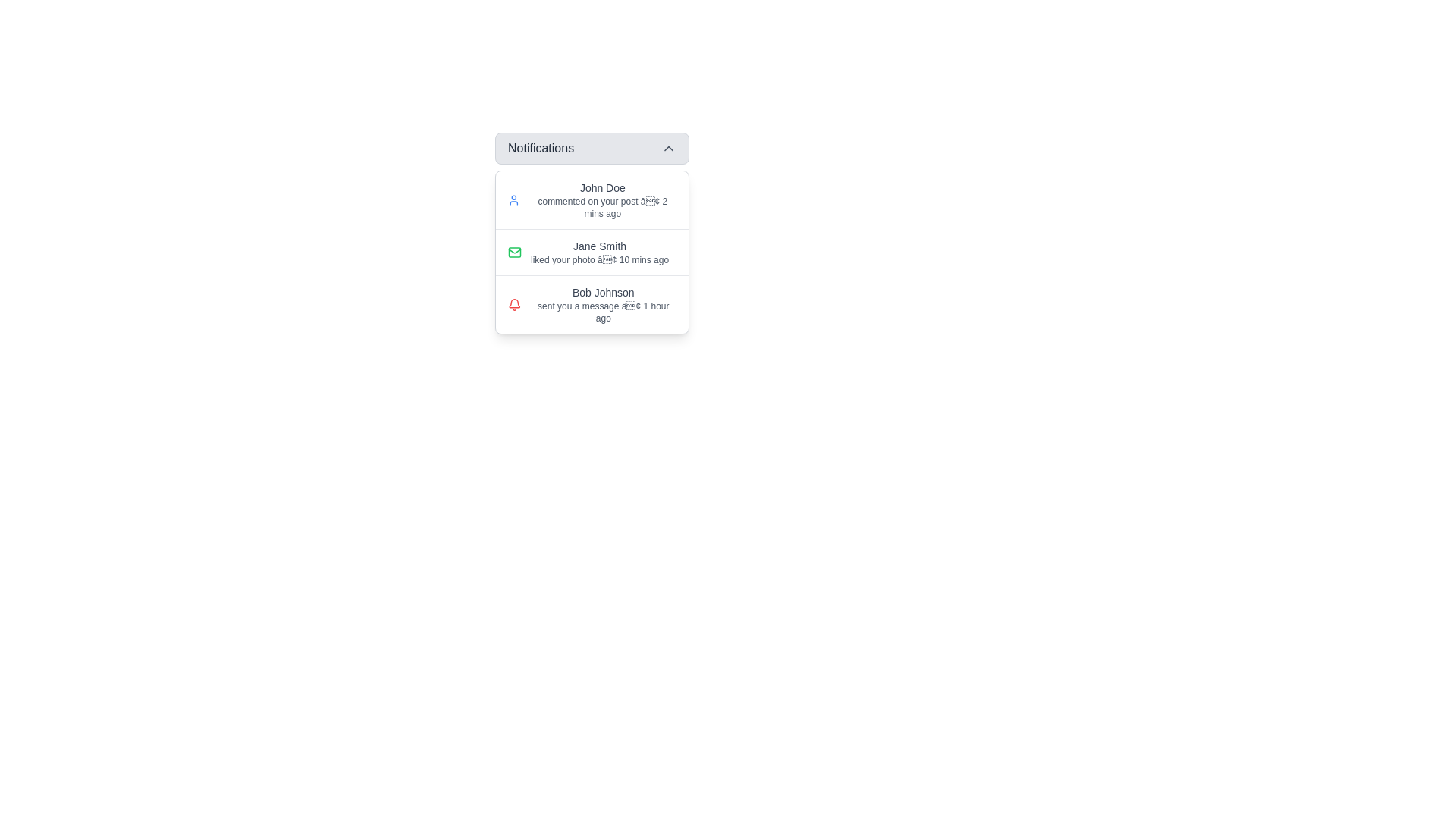 This screenshot has height=819, width=1456. Describe the element at coordinates (599, 245) in the screenshot. I see `the text displaying the name of the person associated with the notification, which is positioned at the start of the message 'liked your photo • 10 mins ago' in the second notification slot` at that location.